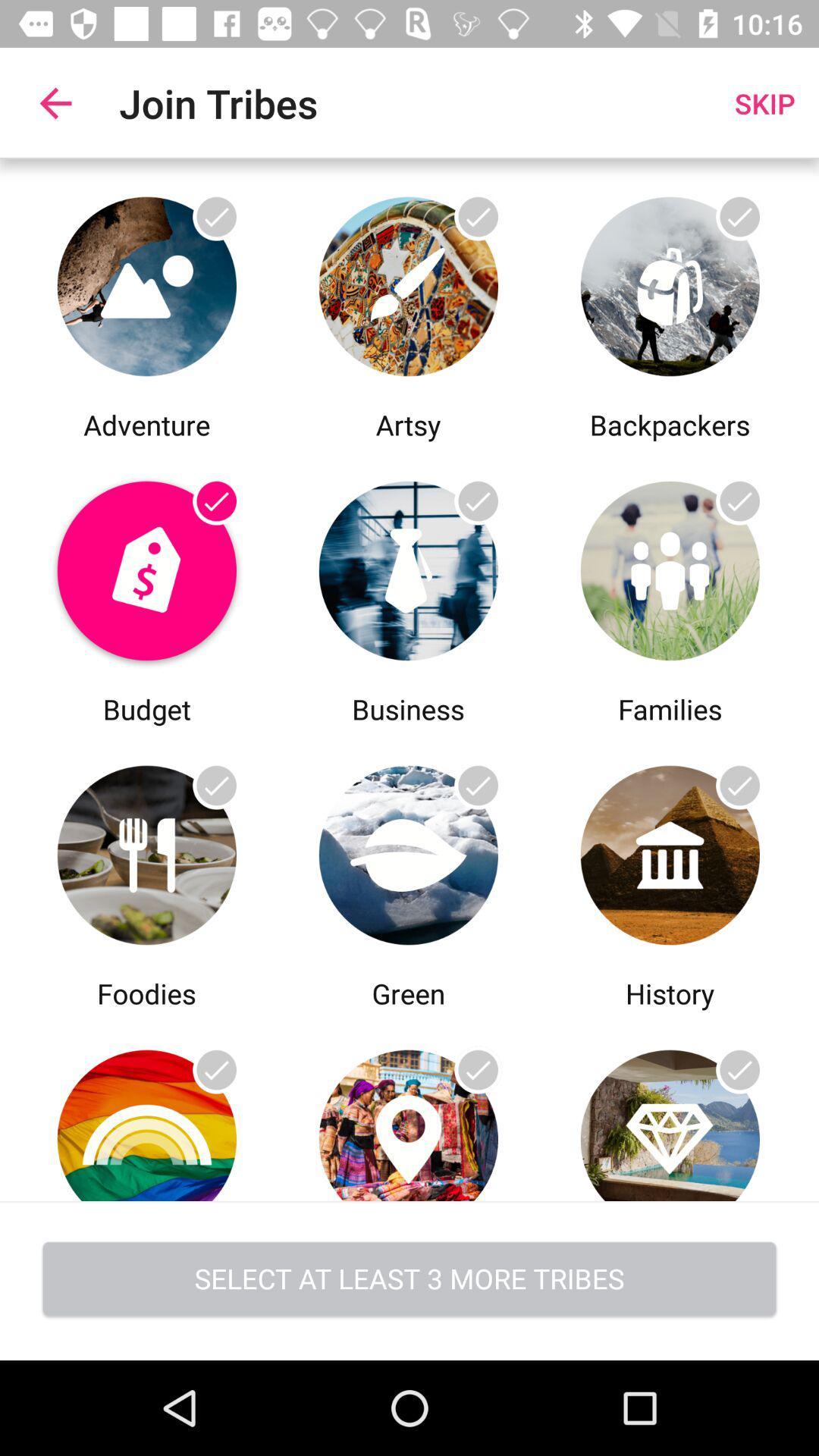 The width and height of the screenshot is (819, 1456). I want to click on option, so click(146, 566).